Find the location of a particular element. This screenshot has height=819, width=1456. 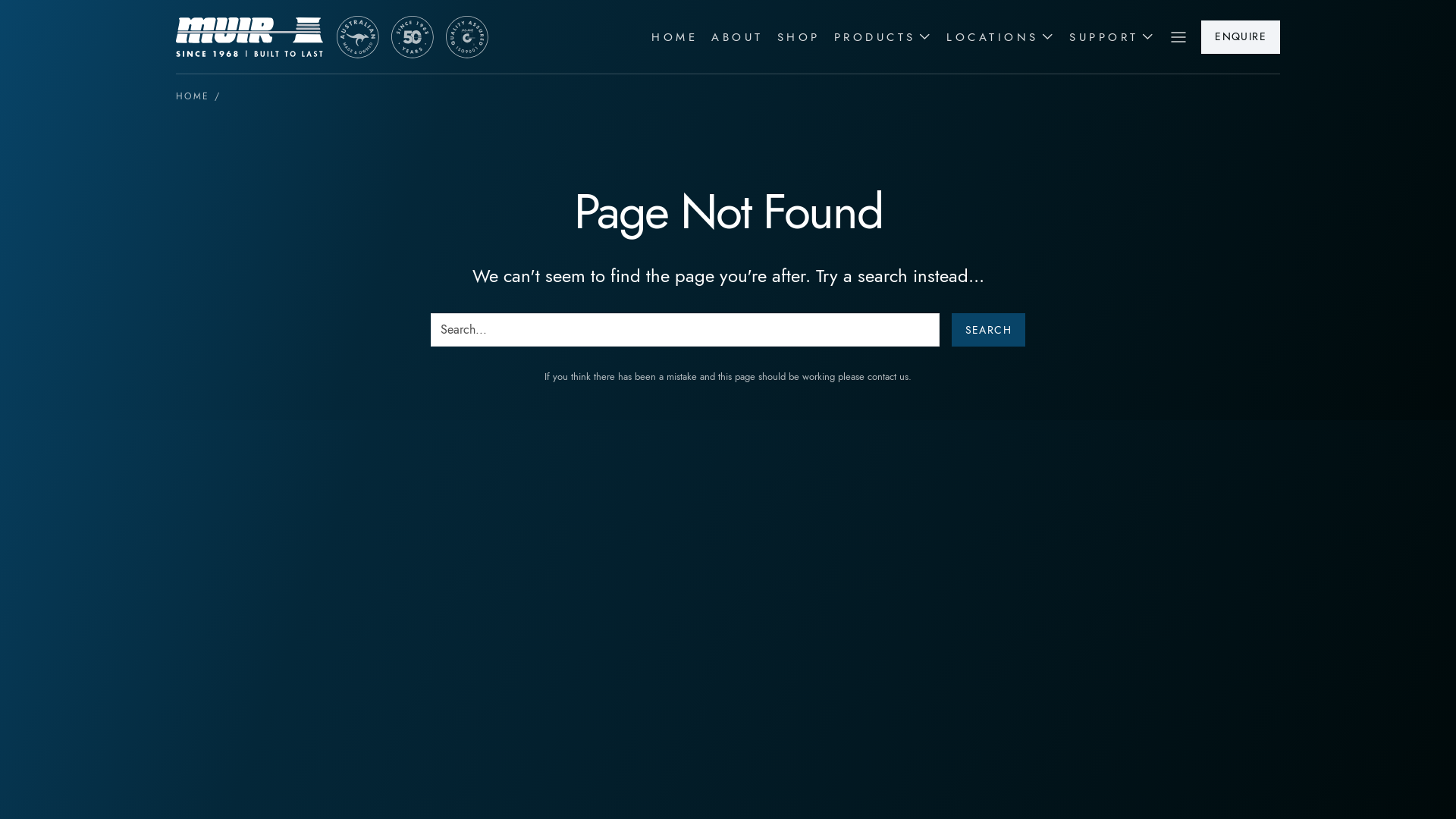

'HOME' is located at coordinates (192, 96).